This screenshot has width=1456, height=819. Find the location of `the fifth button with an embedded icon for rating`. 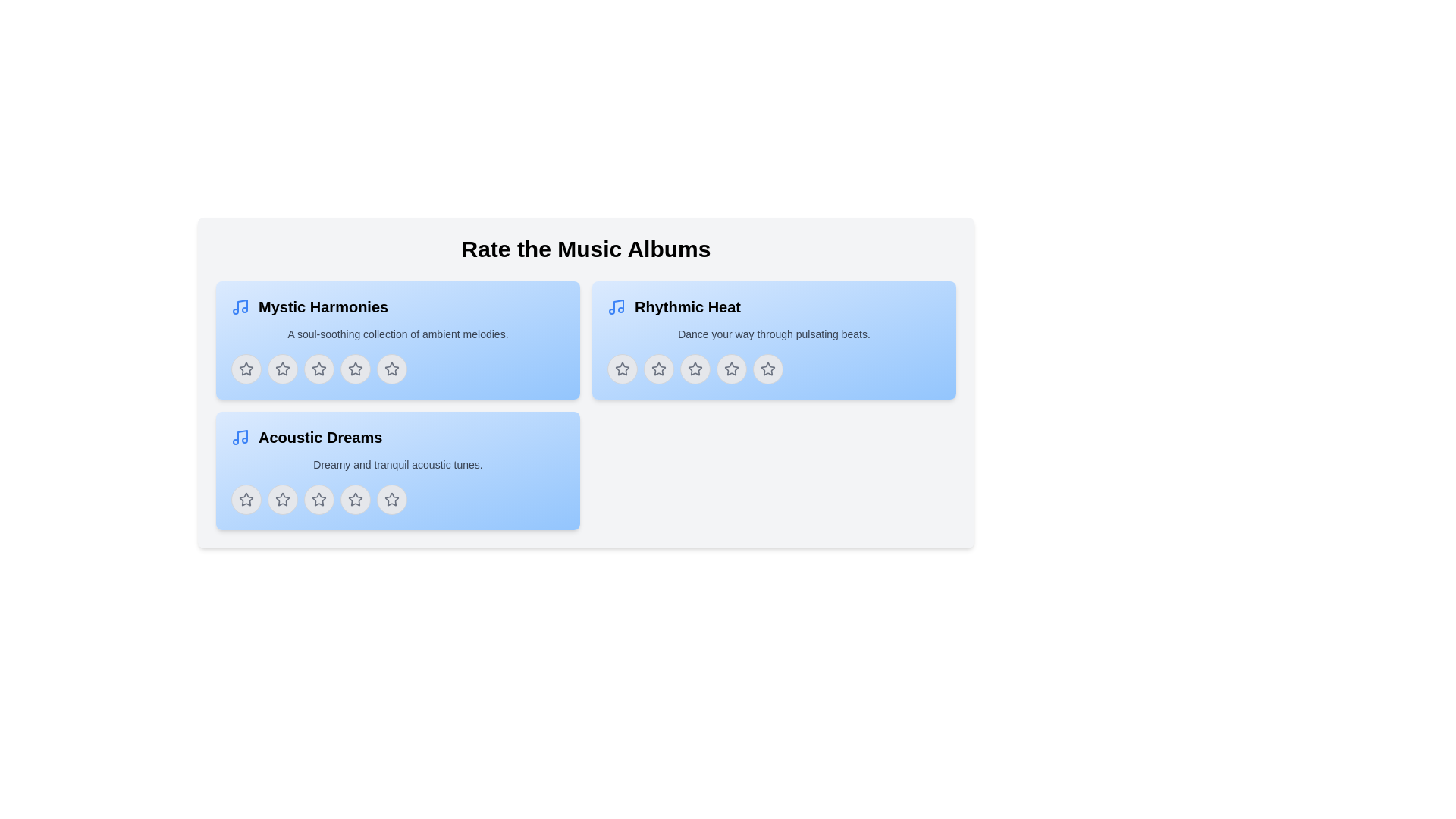

the fifth button with an embedded icon for rating is located at coordinates (392, 369).